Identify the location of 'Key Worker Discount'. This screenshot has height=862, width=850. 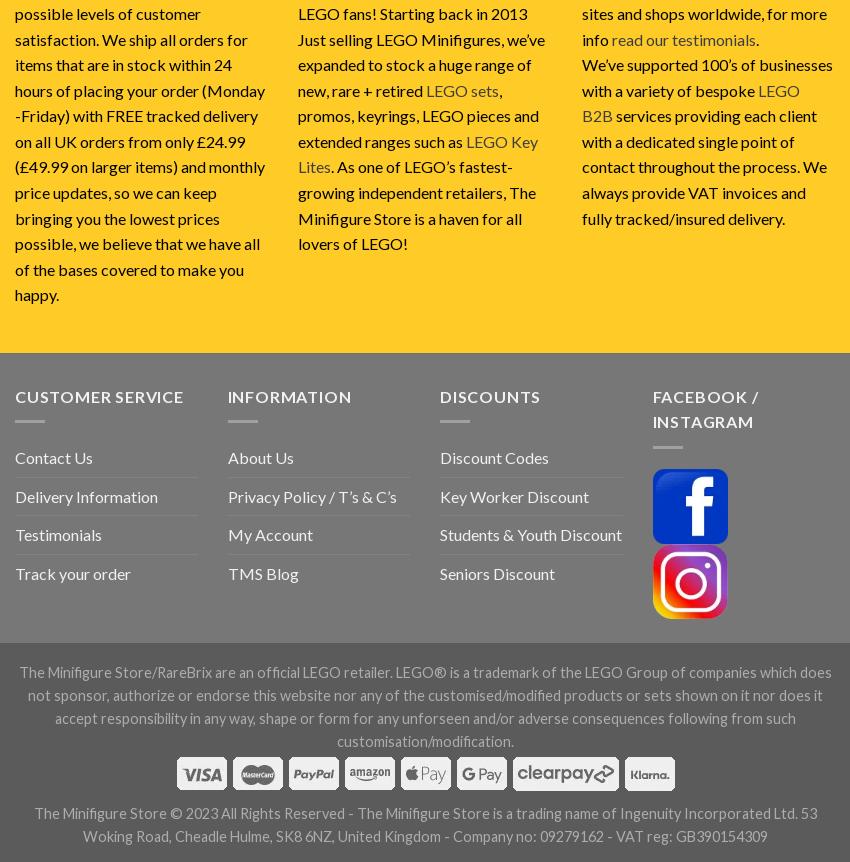
(513, 495).